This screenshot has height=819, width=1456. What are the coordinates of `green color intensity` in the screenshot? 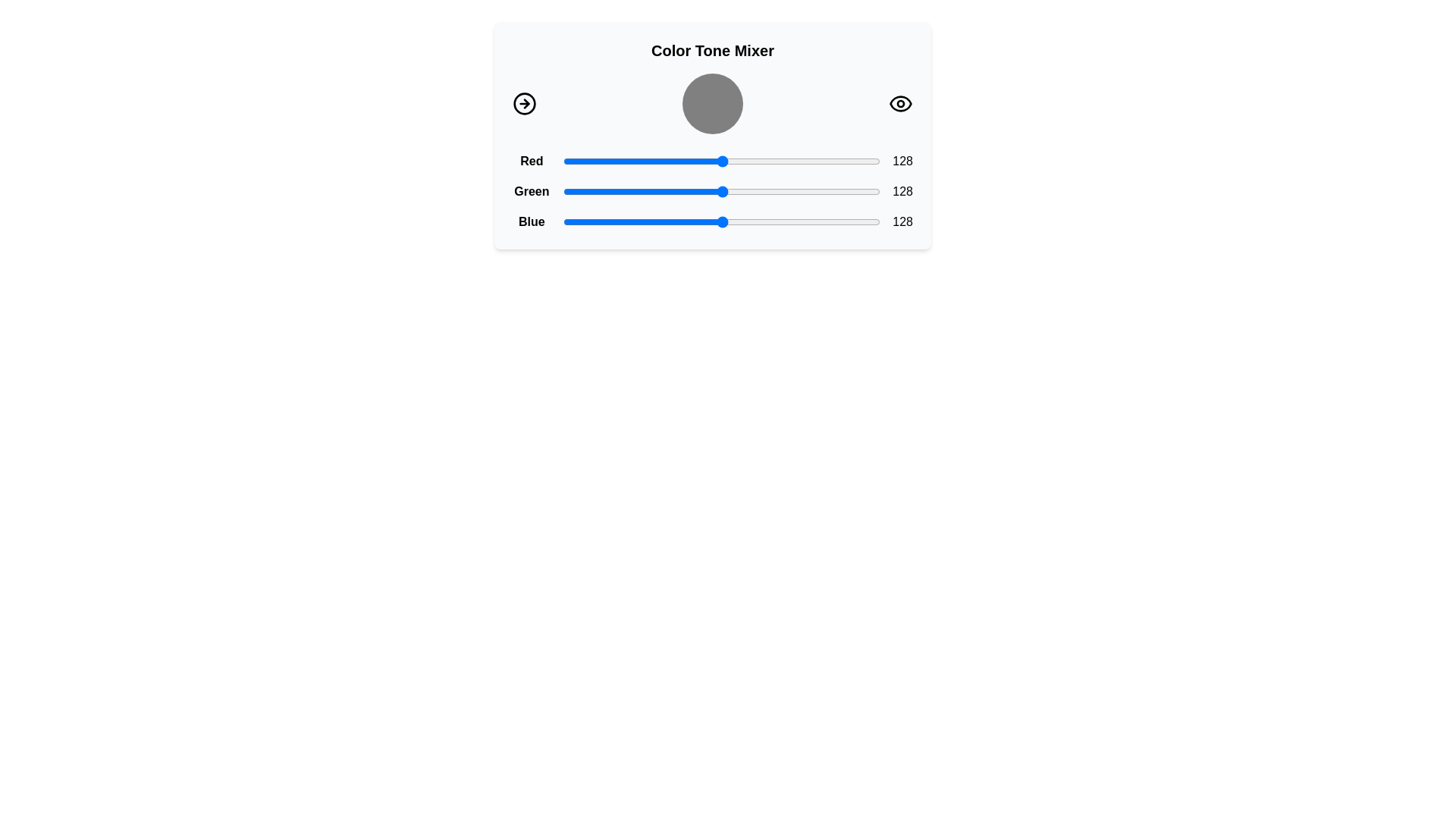 It's located at (847, 191).